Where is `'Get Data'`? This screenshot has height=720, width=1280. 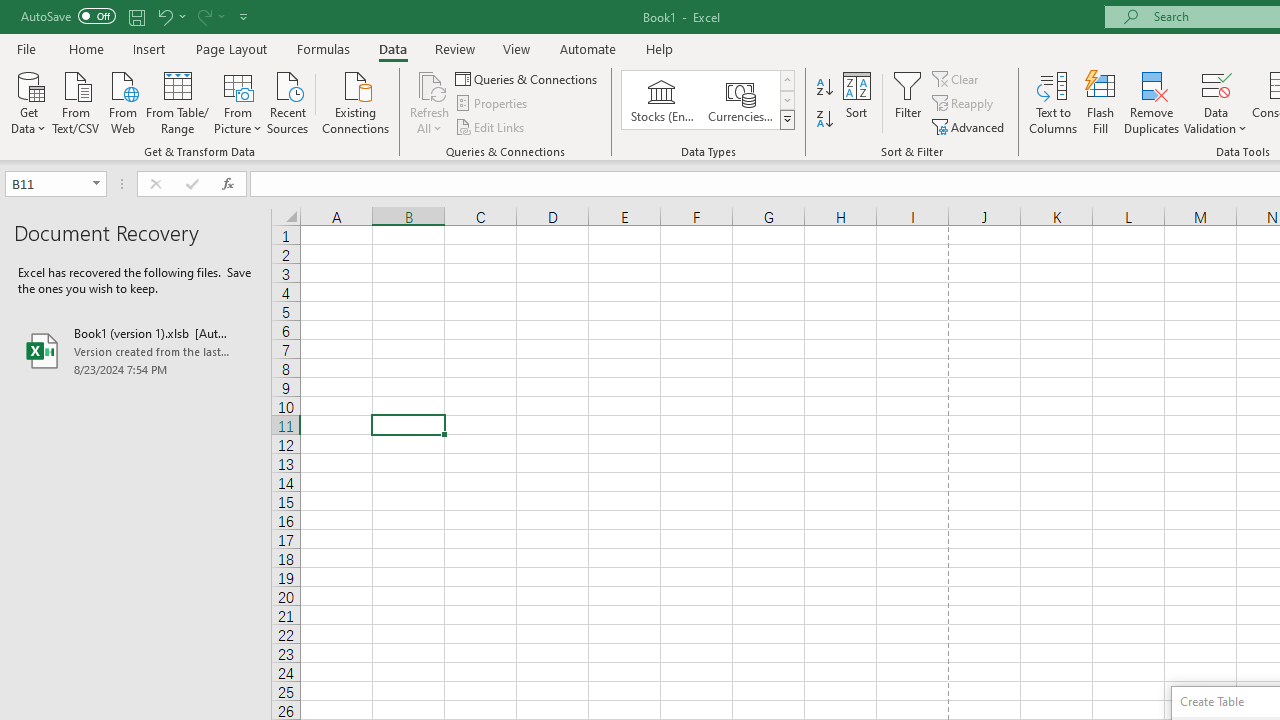 'Get Data' is located at coordinates (28, 101).